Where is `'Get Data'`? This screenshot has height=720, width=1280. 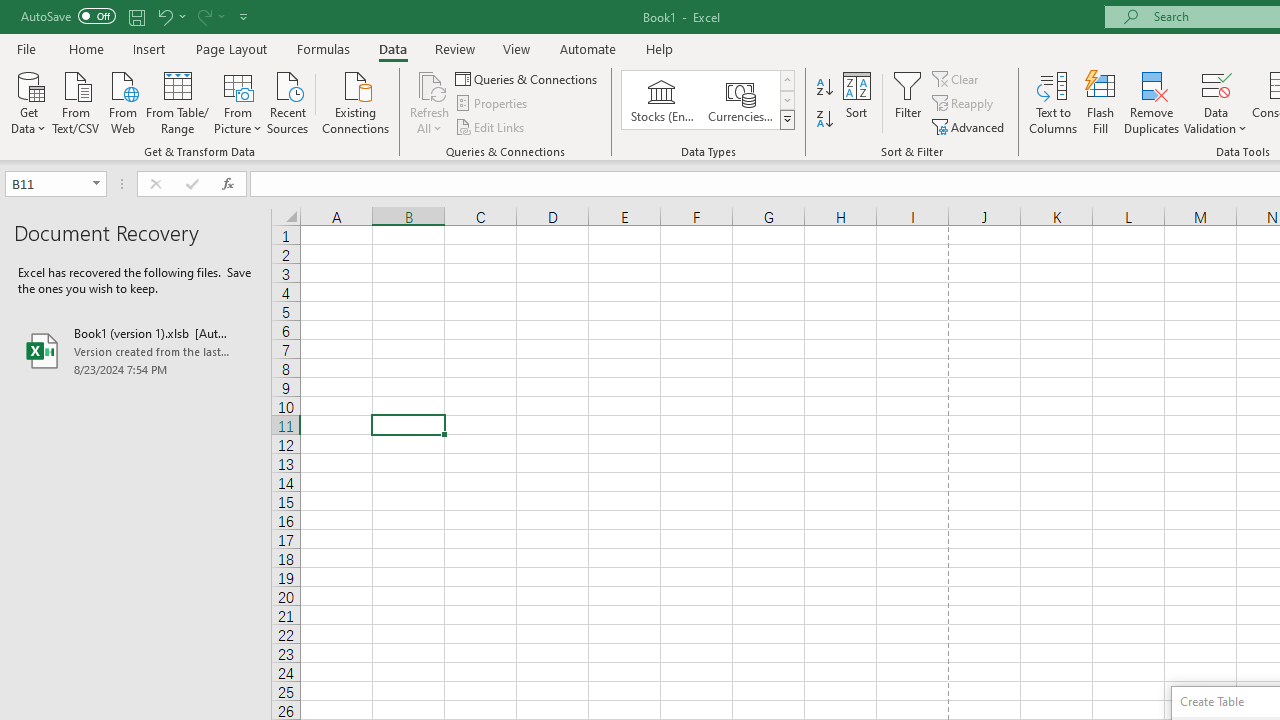 'Get Data' is located at coordinates (28, 101).